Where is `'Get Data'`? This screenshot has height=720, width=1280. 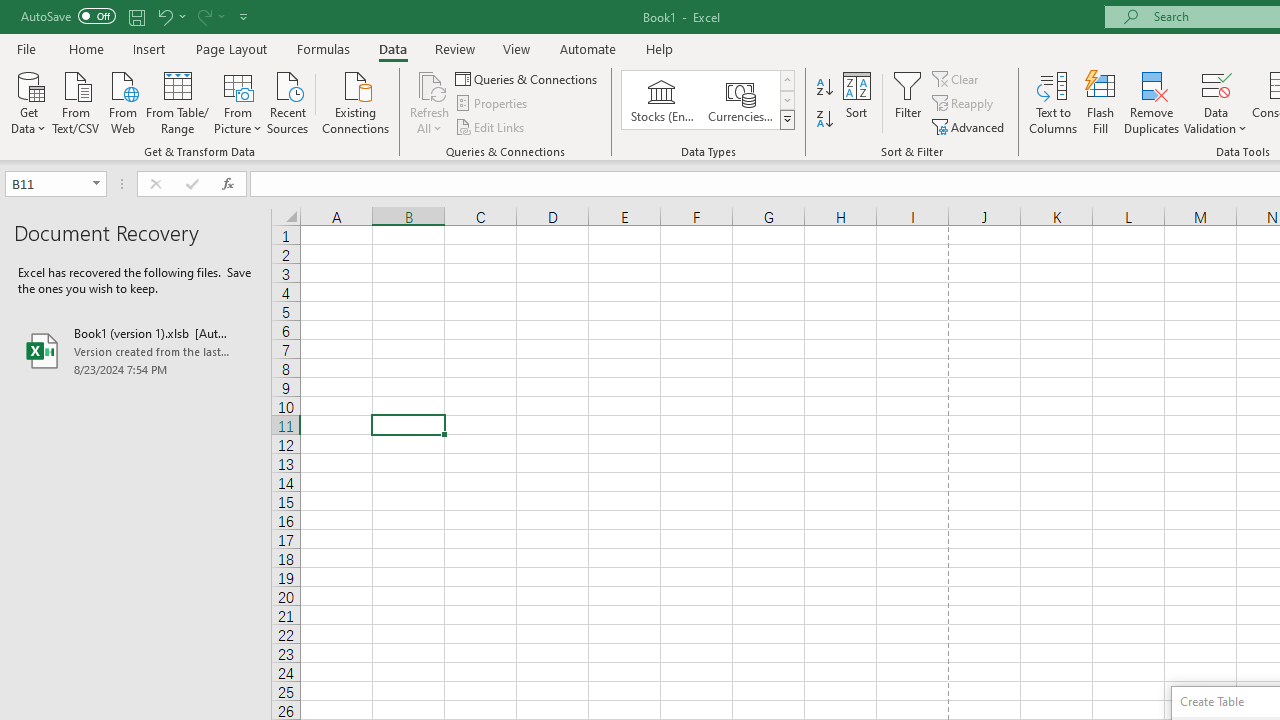 'Get Data' is located at coordinates (28, 101).